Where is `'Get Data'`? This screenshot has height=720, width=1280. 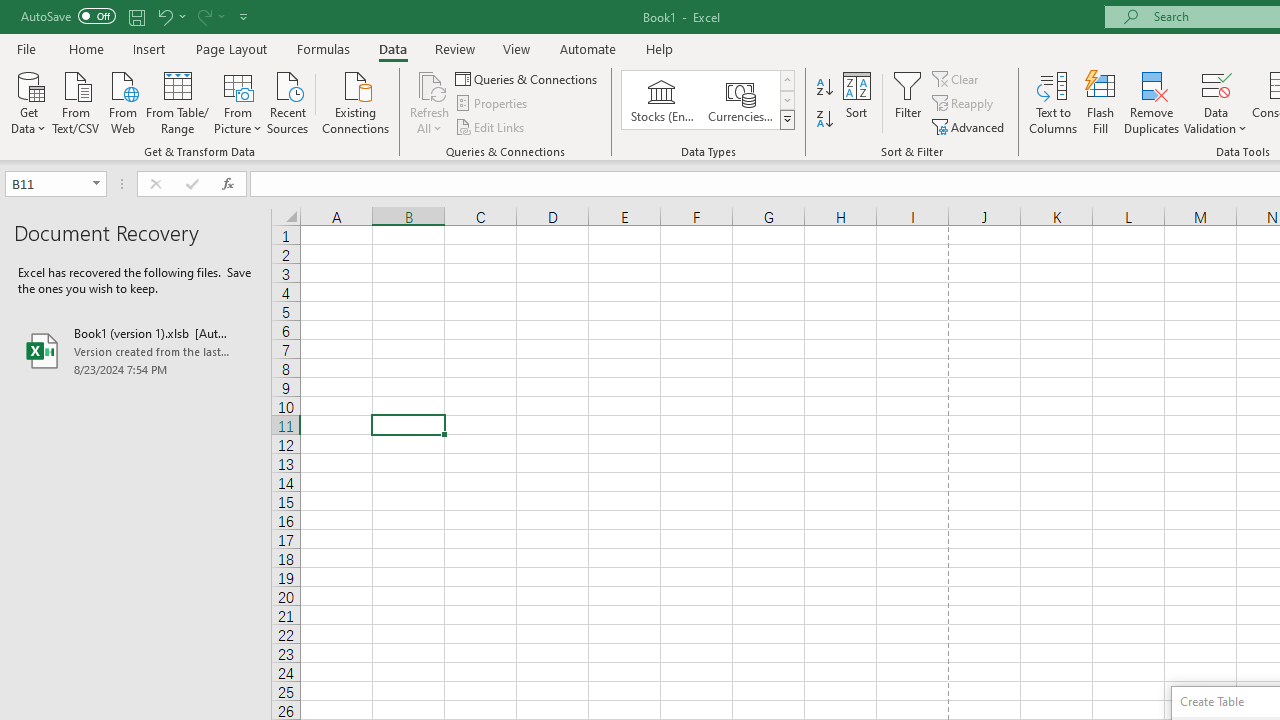 'Get Data' is located at coordinates (28, 101).